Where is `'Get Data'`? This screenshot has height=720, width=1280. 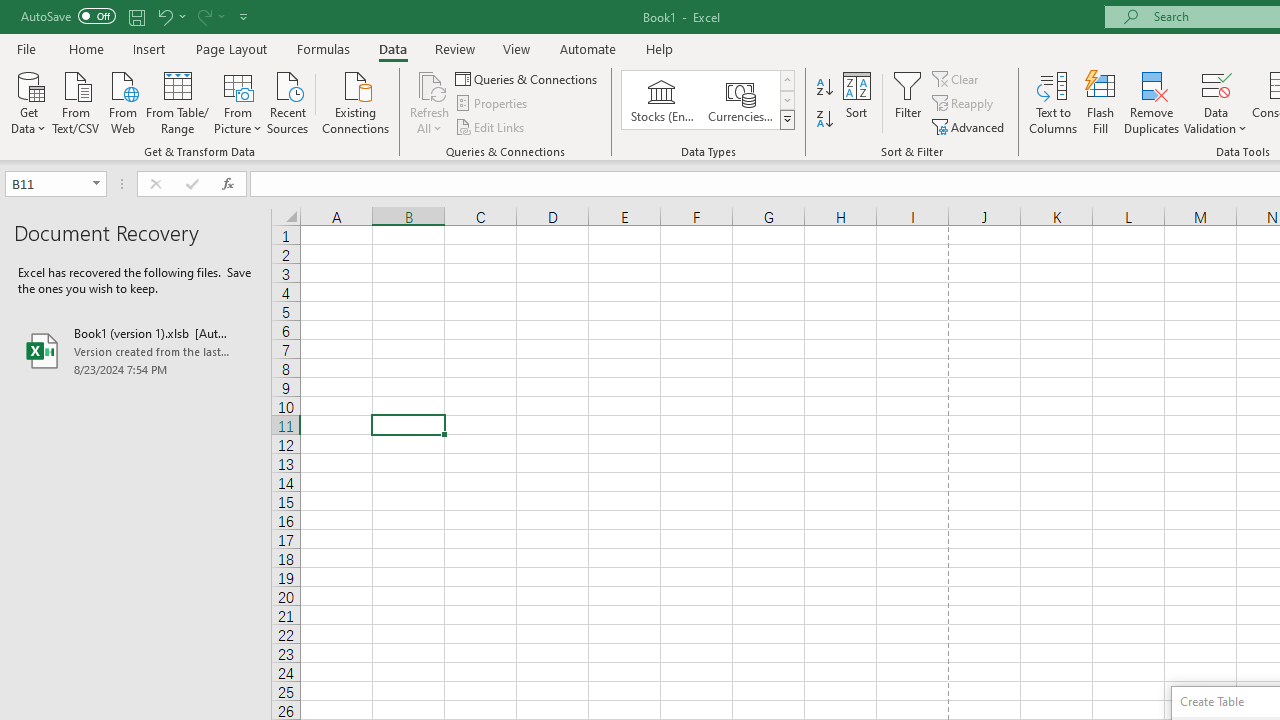 'Get Data' is located at coordinates (28, 101).